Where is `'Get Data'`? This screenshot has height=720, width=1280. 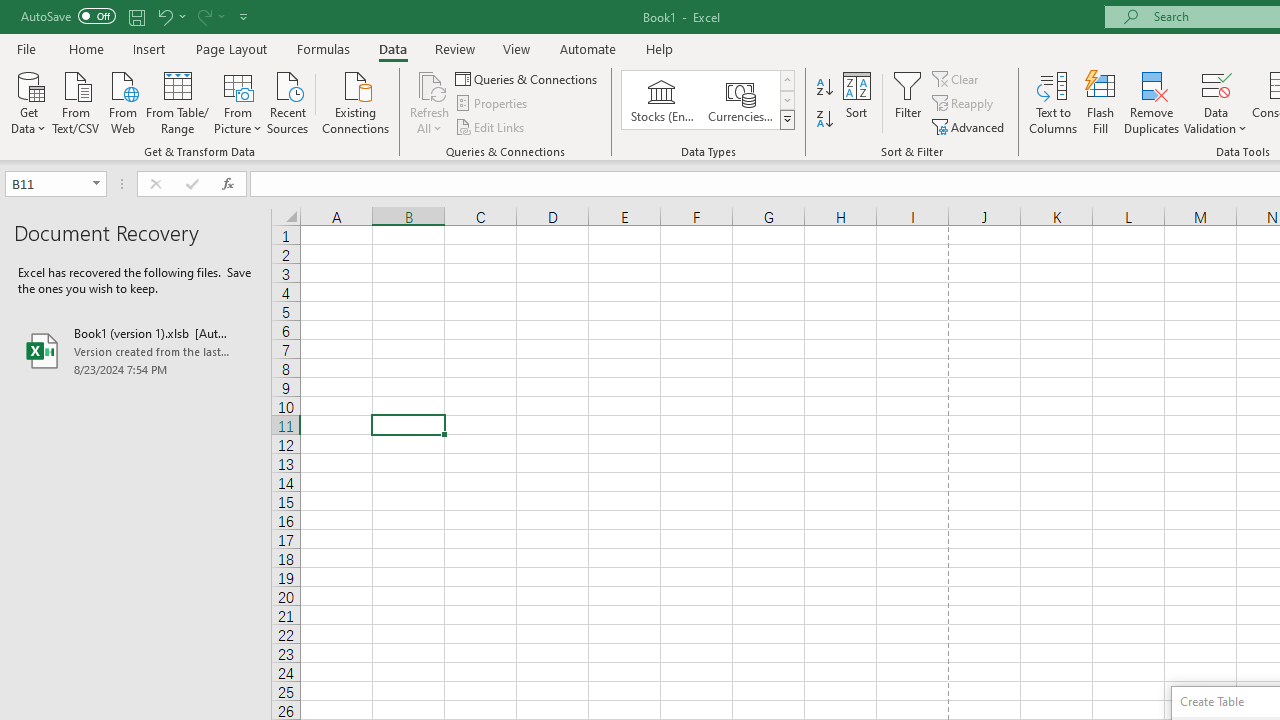 'Get Data' is located at coordinates (28, 101).